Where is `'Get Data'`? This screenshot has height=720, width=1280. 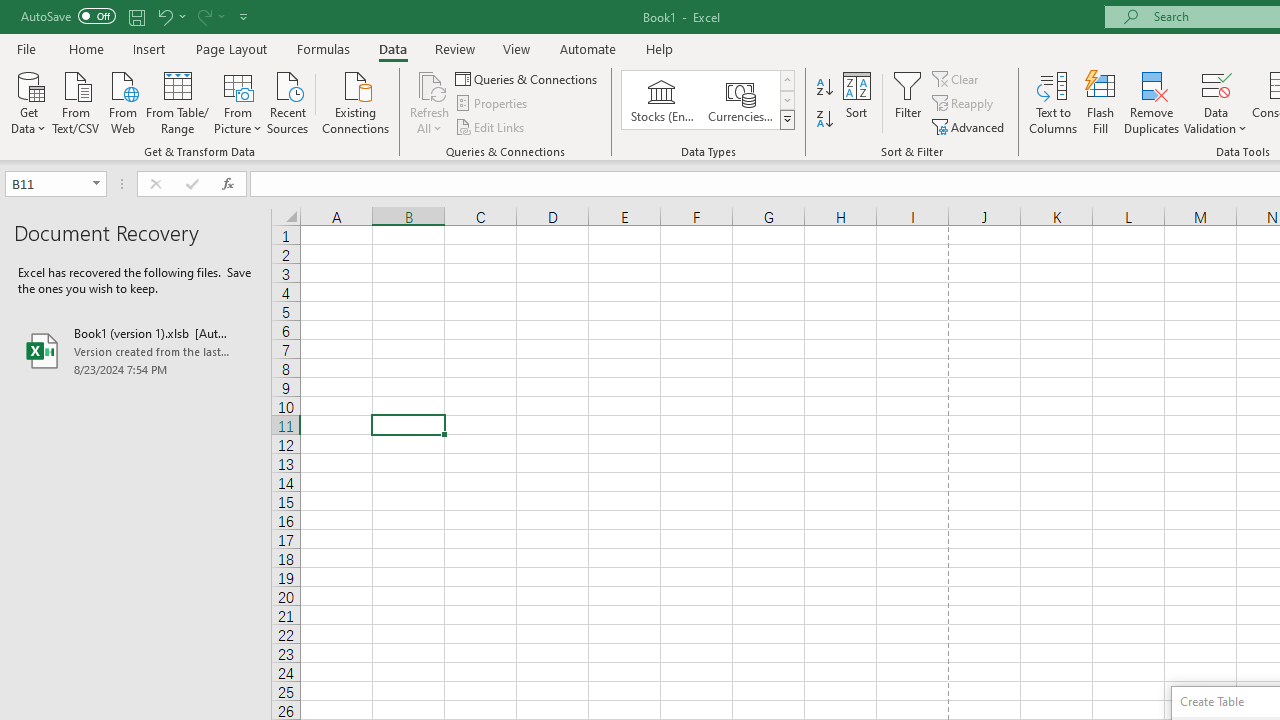 'Get Data' is located at coordinates (28, 101).